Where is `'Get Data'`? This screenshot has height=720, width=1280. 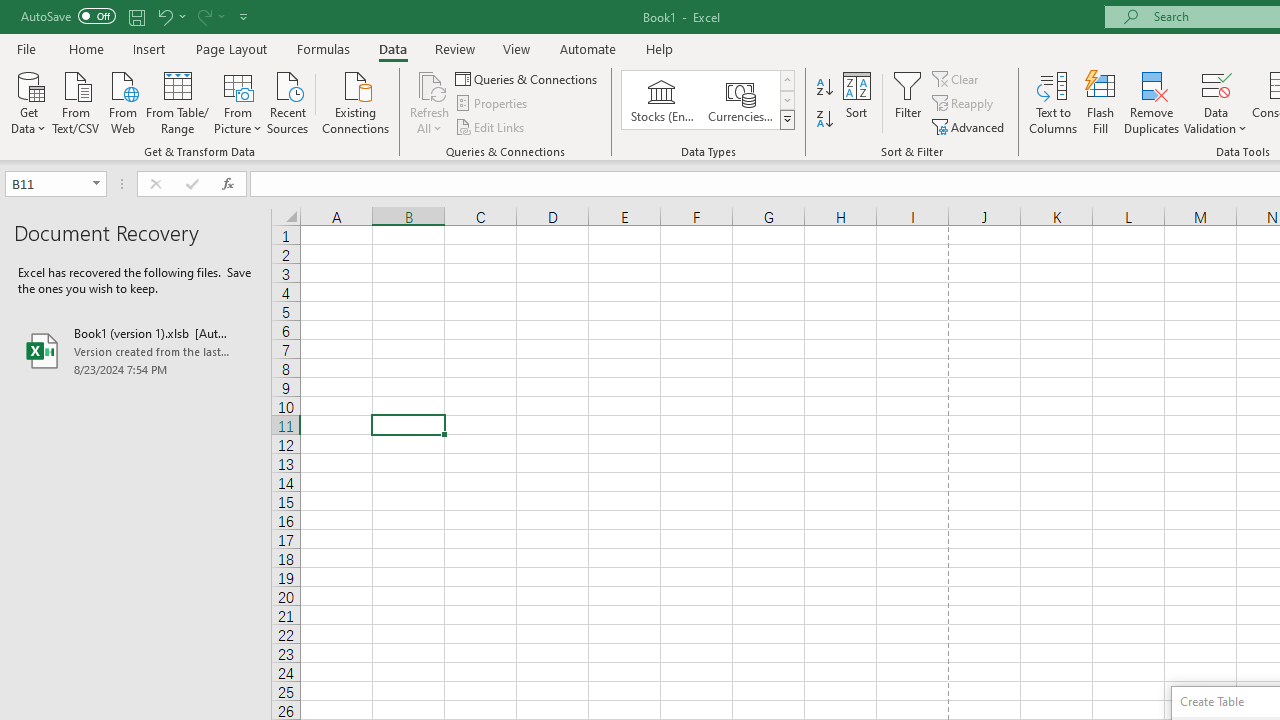 'Get Data' is located at coordinates (28, 101).